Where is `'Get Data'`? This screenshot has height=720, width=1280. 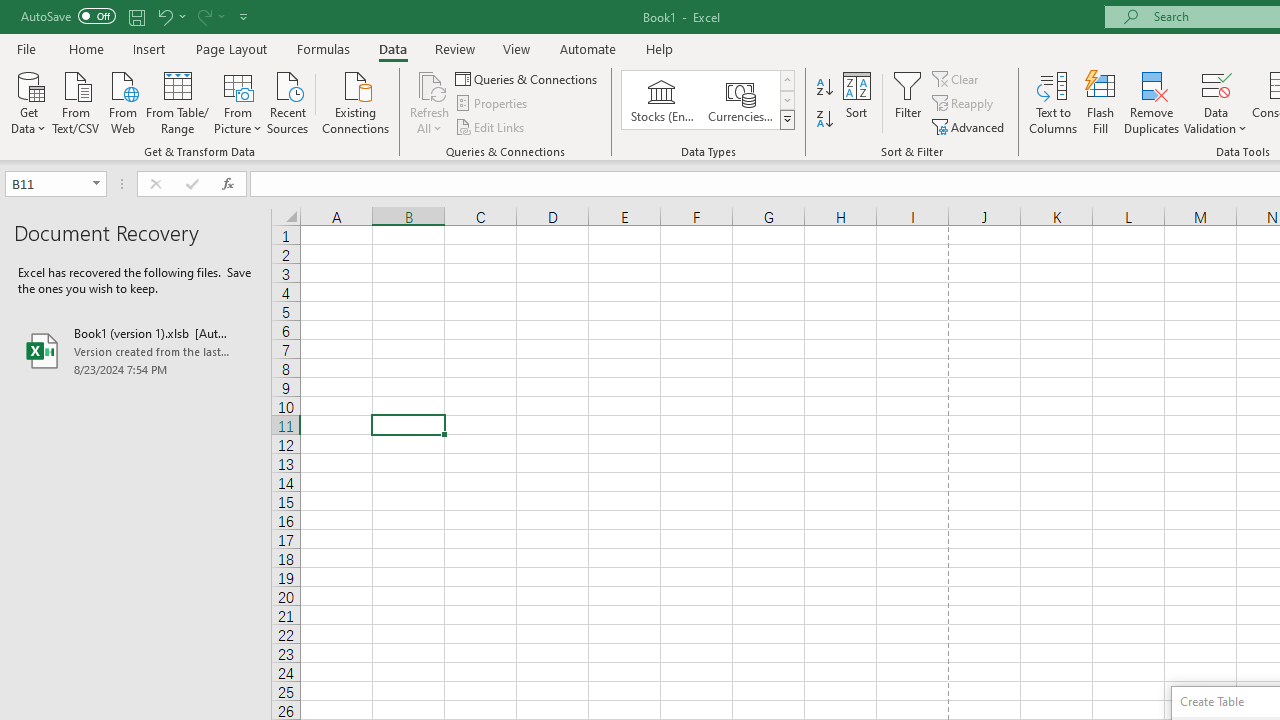 'Get Data' is located at coordinates (28, 101).